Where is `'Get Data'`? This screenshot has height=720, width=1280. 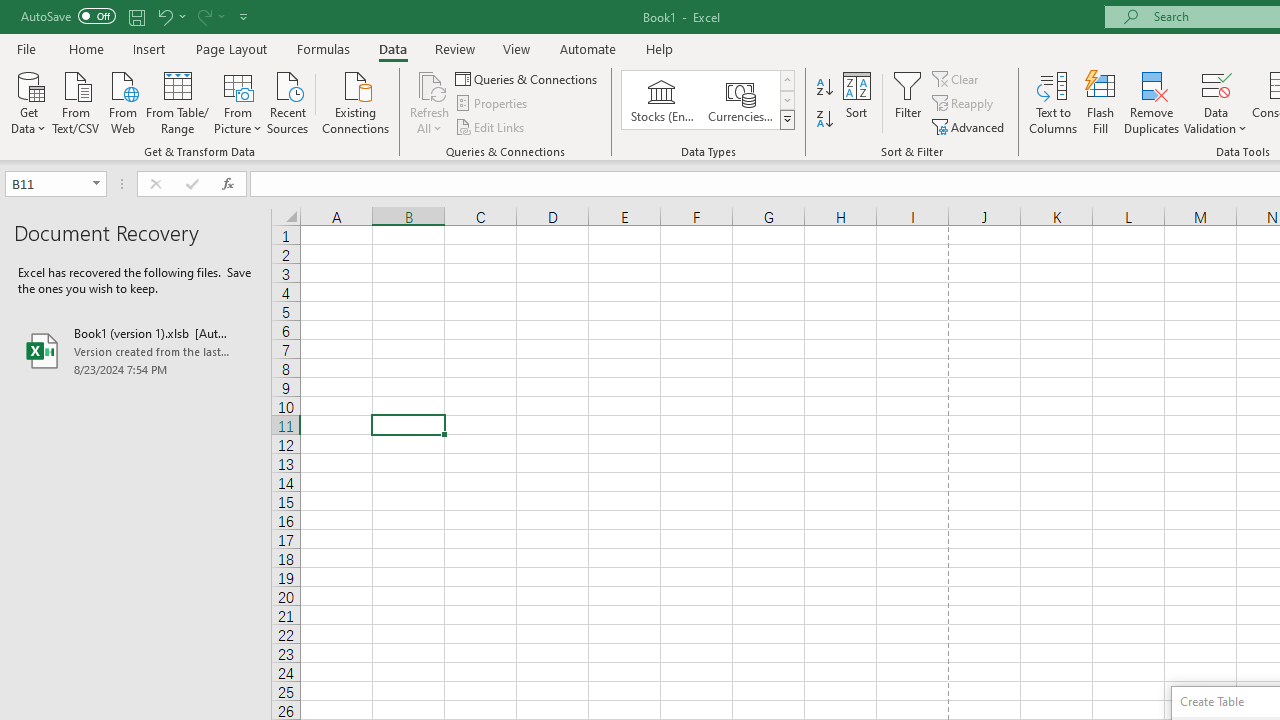 'Get Data' is located at coordinates (28, 101).